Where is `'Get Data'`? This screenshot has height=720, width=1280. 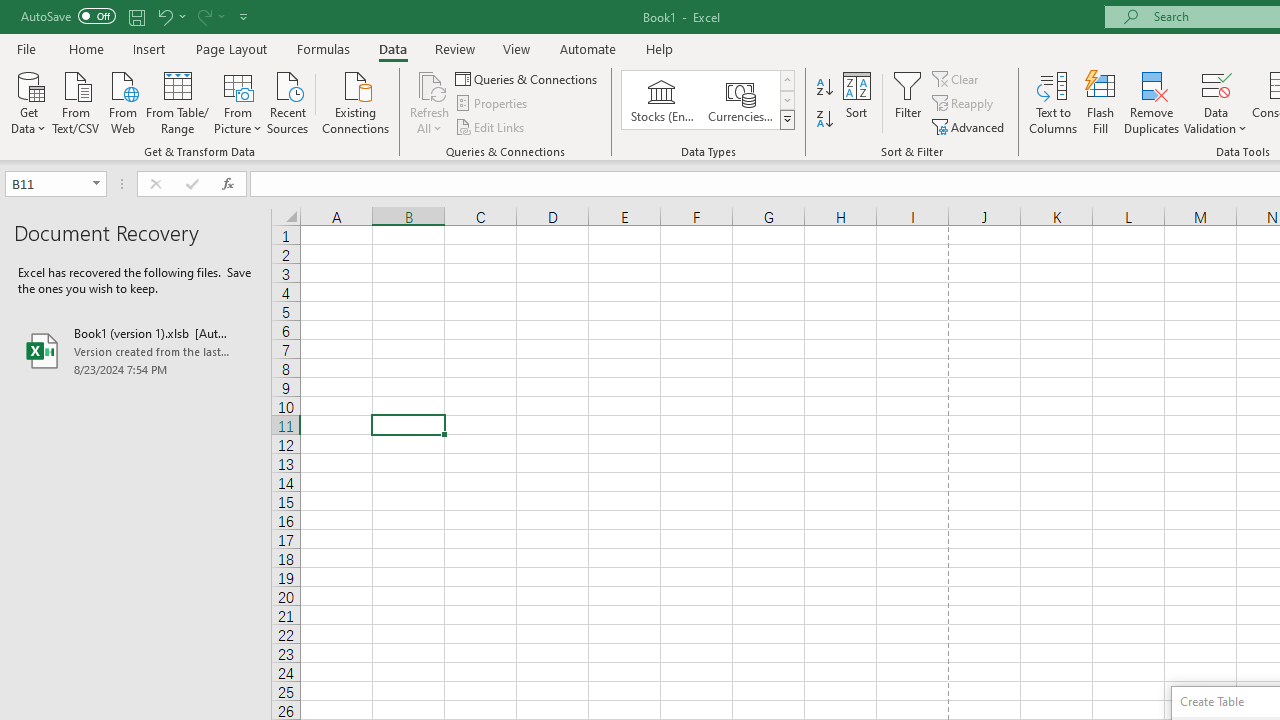 'Get Data' is located at coordinates (28, 101).